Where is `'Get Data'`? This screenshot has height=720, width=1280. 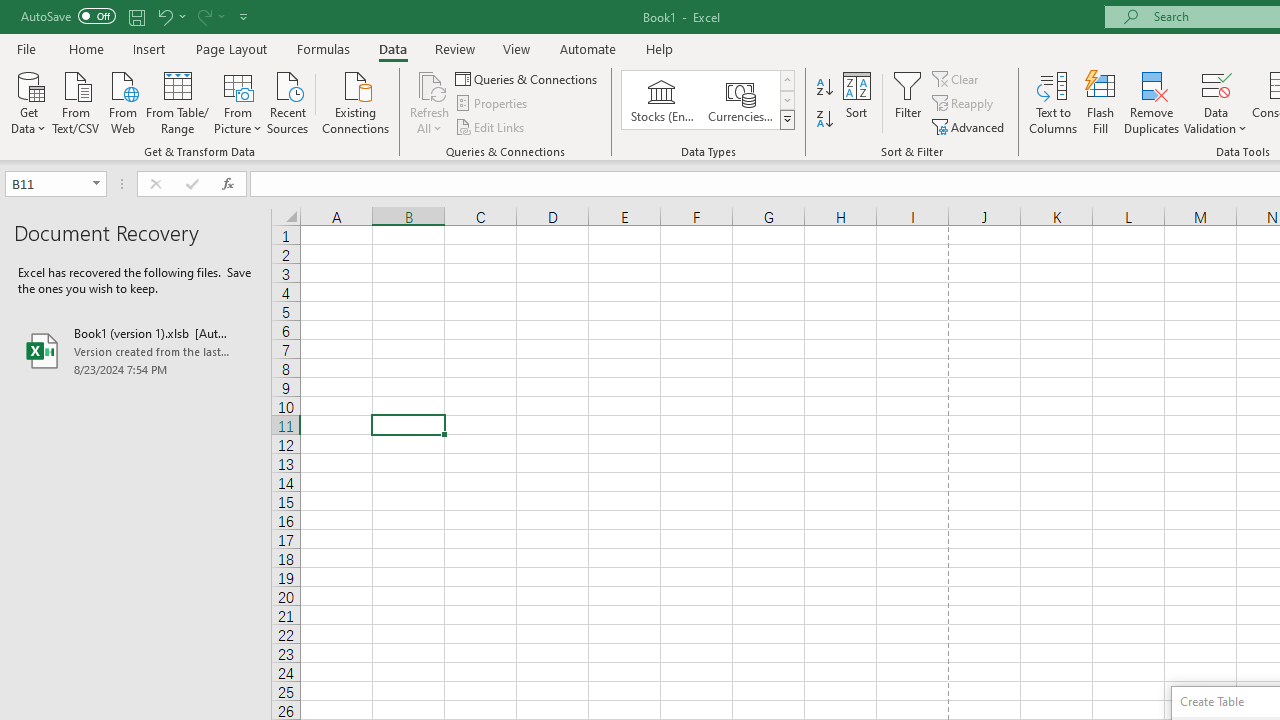 'Get Data' is located at coordinates (28, 101).